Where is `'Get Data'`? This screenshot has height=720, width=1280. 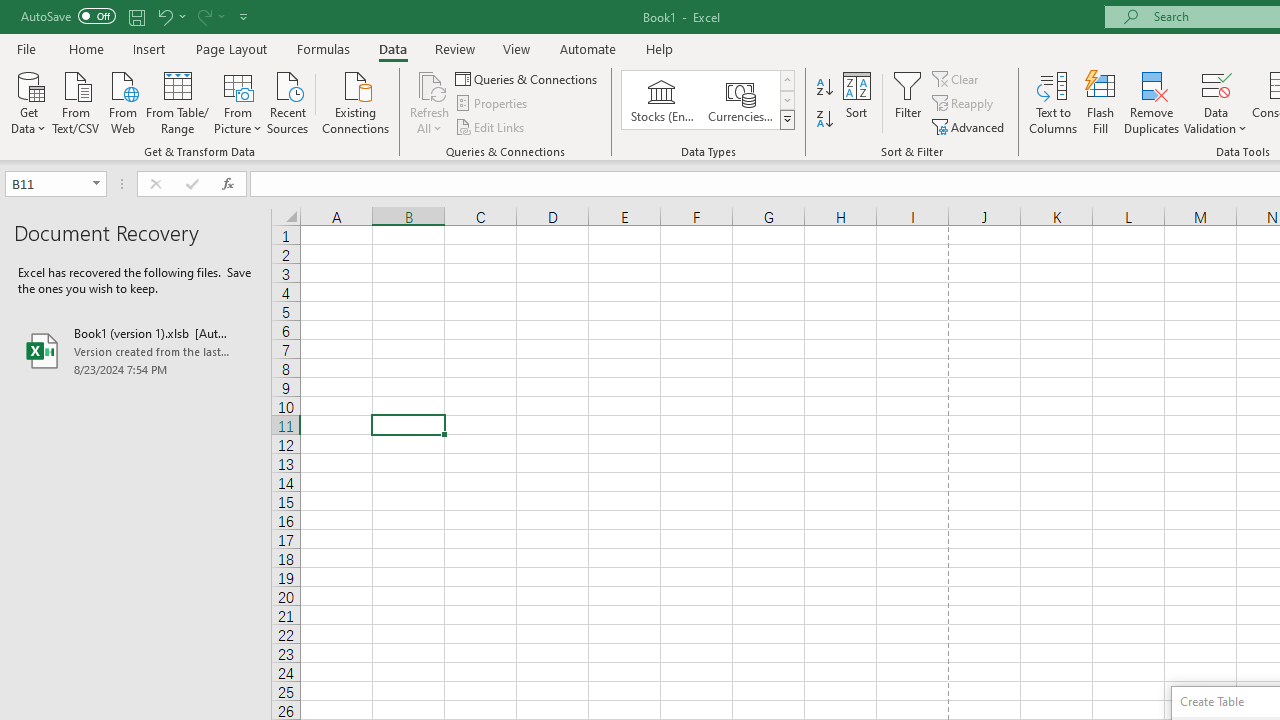 'Get Data' is located at coordinates (28, 101).